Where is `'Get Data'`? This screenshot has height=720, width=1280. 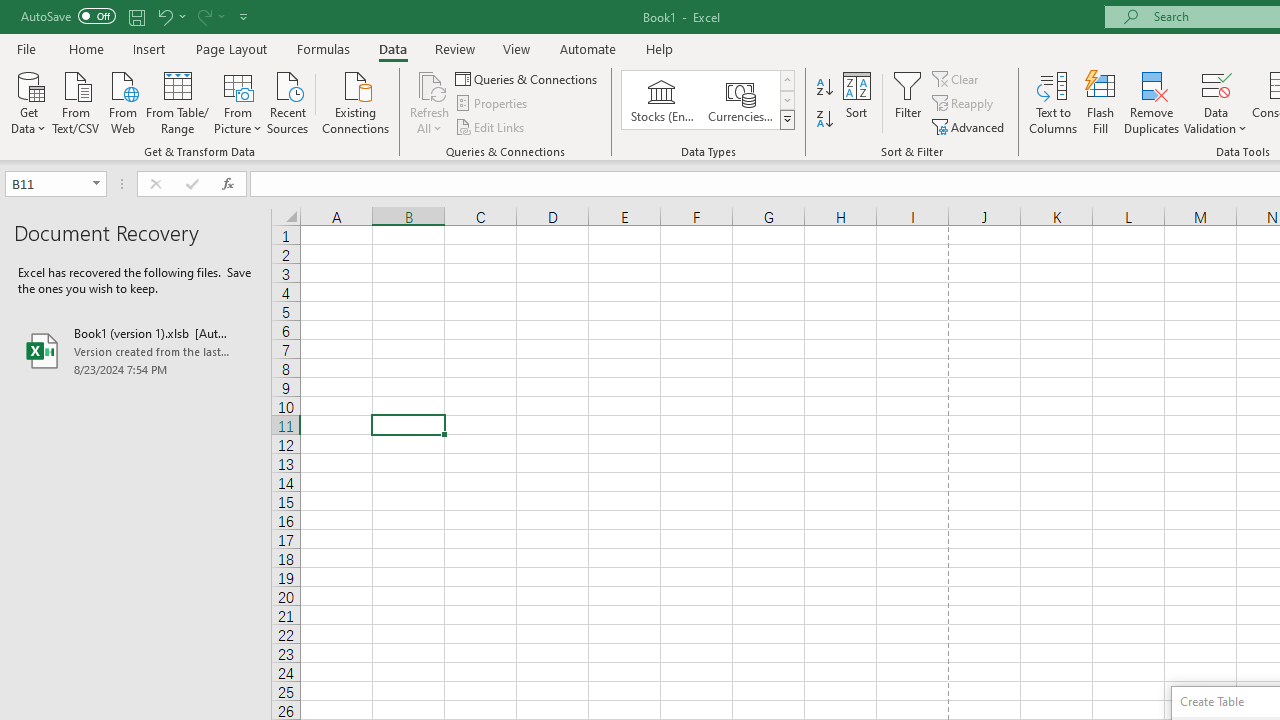 'Get Data' is located at coordinates (28, 101).